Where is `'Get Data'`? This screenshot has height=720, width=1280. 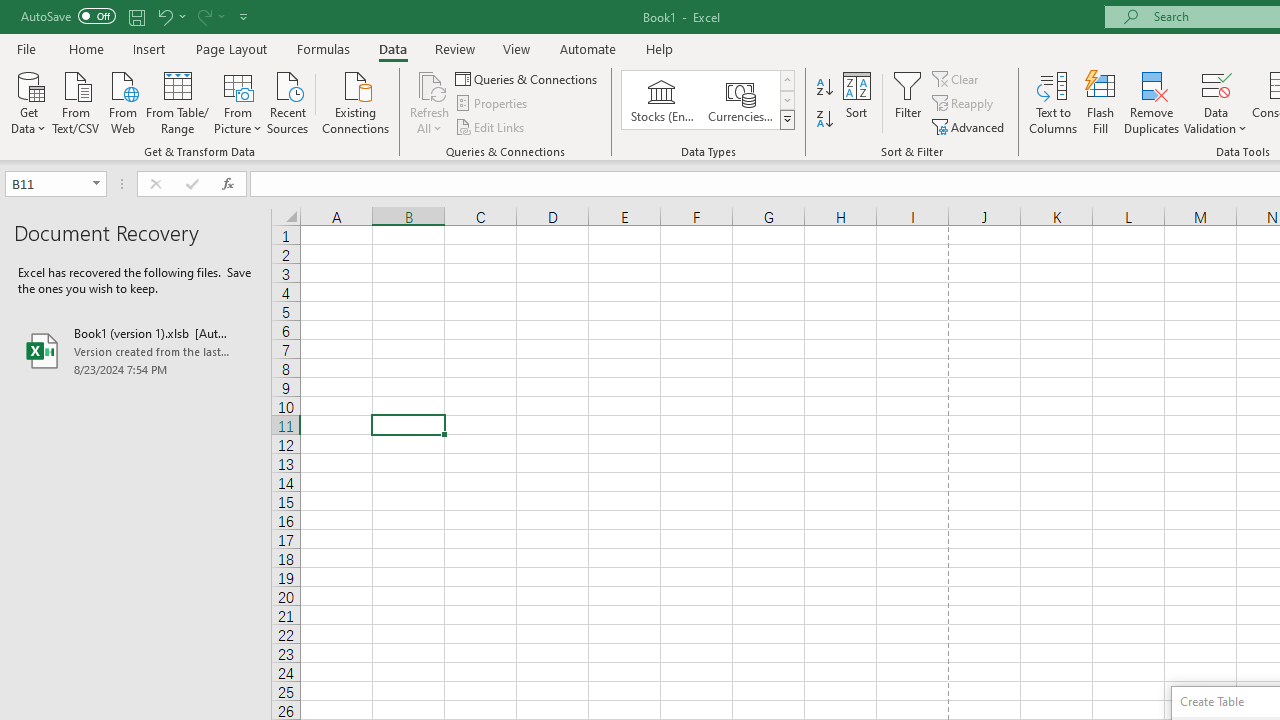 'Get Data' is located at coordinates (28, 101).